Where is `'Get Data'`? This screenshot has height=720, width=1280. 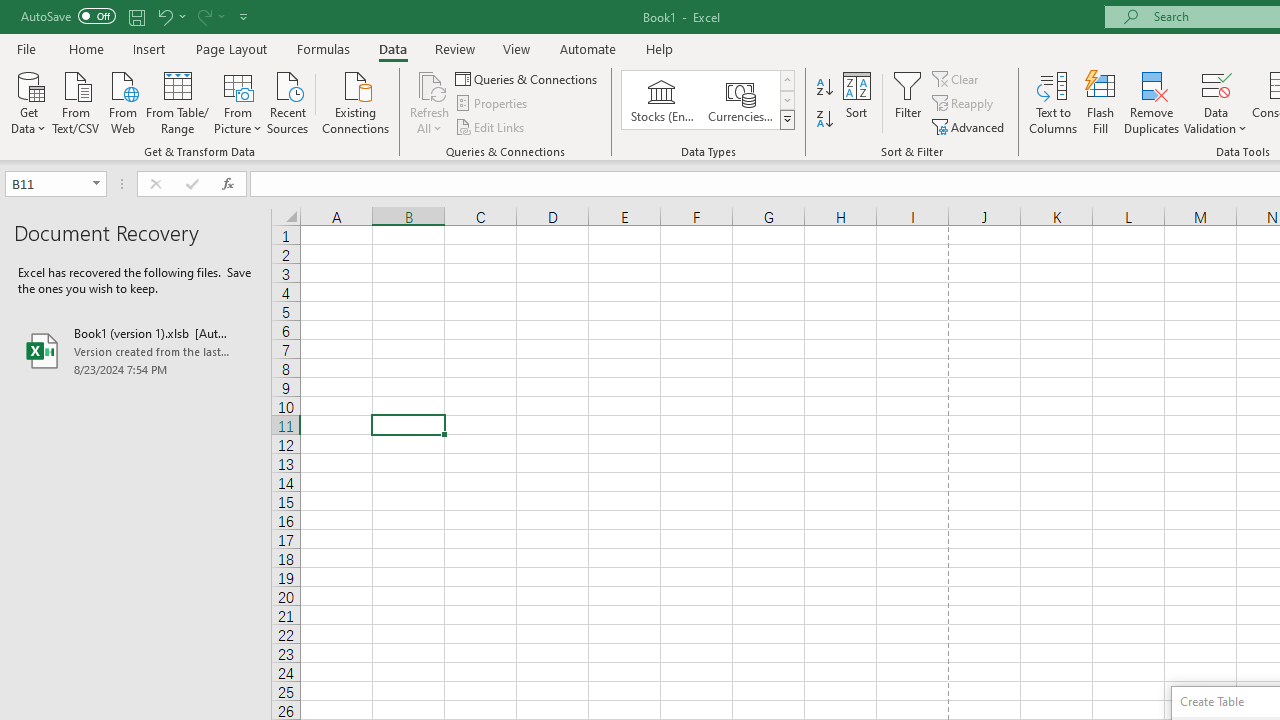 'Get Data' is located at coordinates (28, 101).